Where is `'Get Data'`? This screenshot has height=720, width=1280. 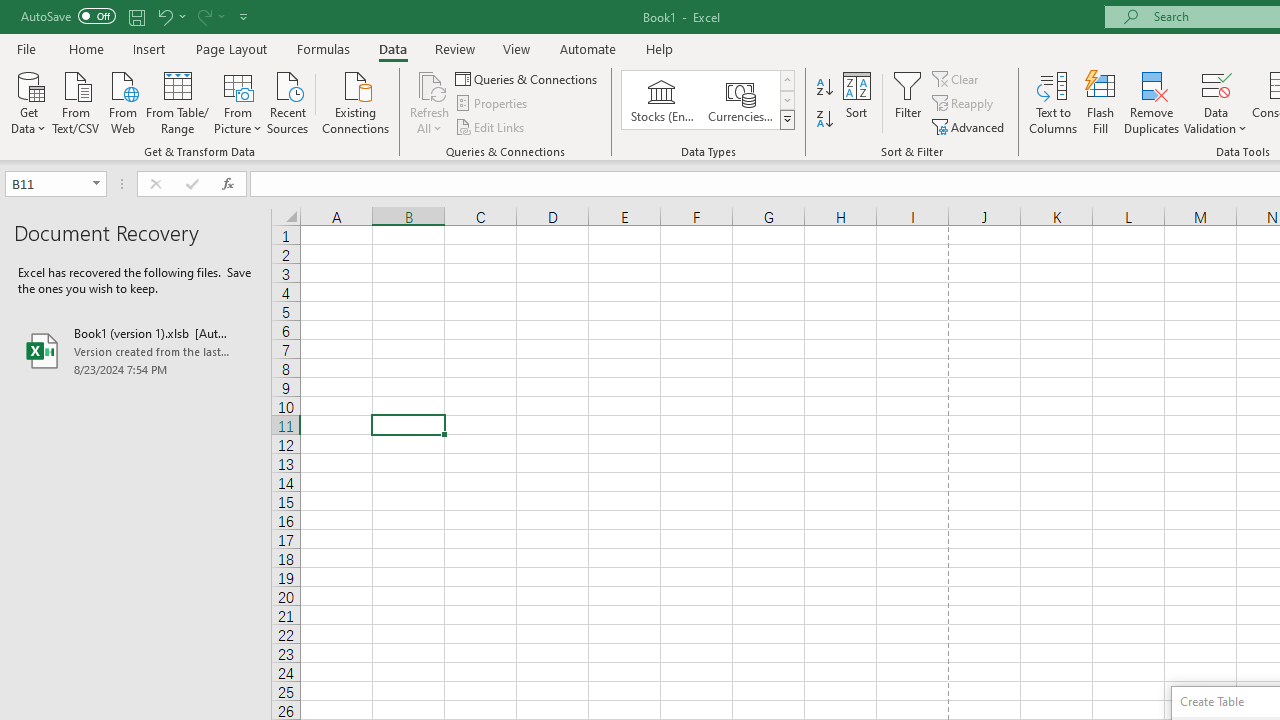 'Get Data' is located at coordinates (28, 101).